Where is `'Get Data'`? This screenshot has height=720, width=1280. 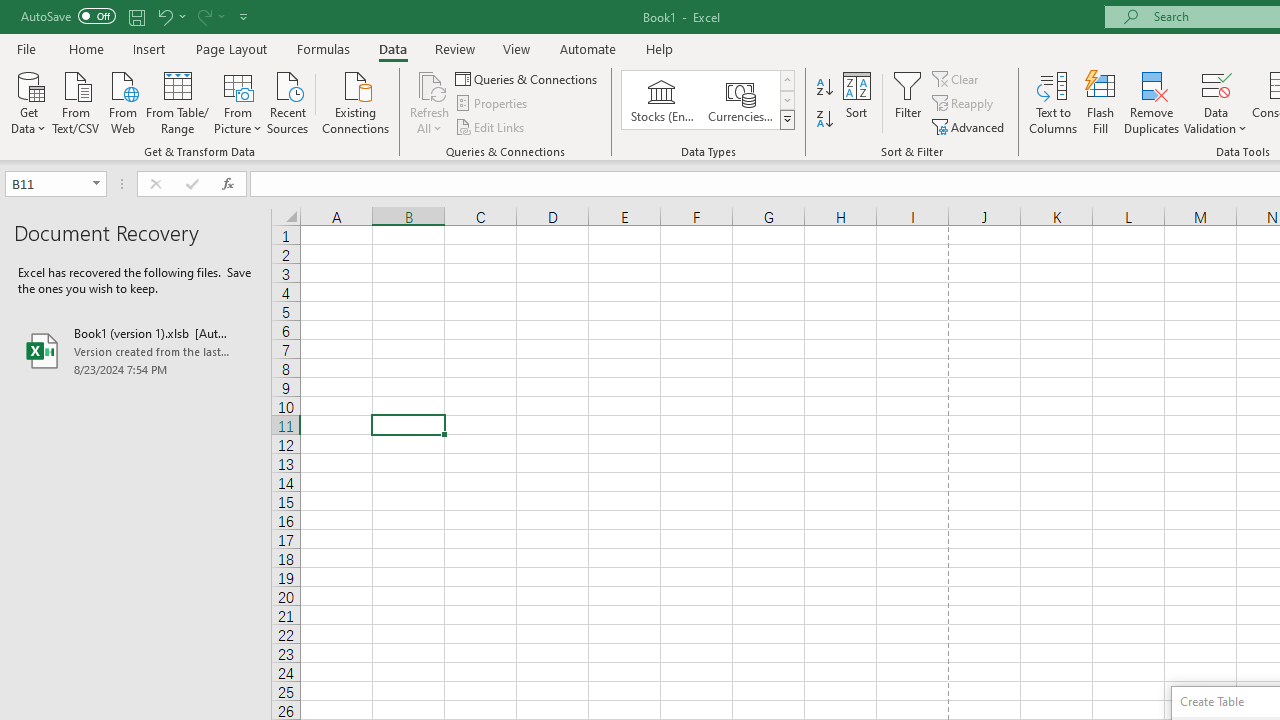 'Get Data' is located at coordinates (28, 101).